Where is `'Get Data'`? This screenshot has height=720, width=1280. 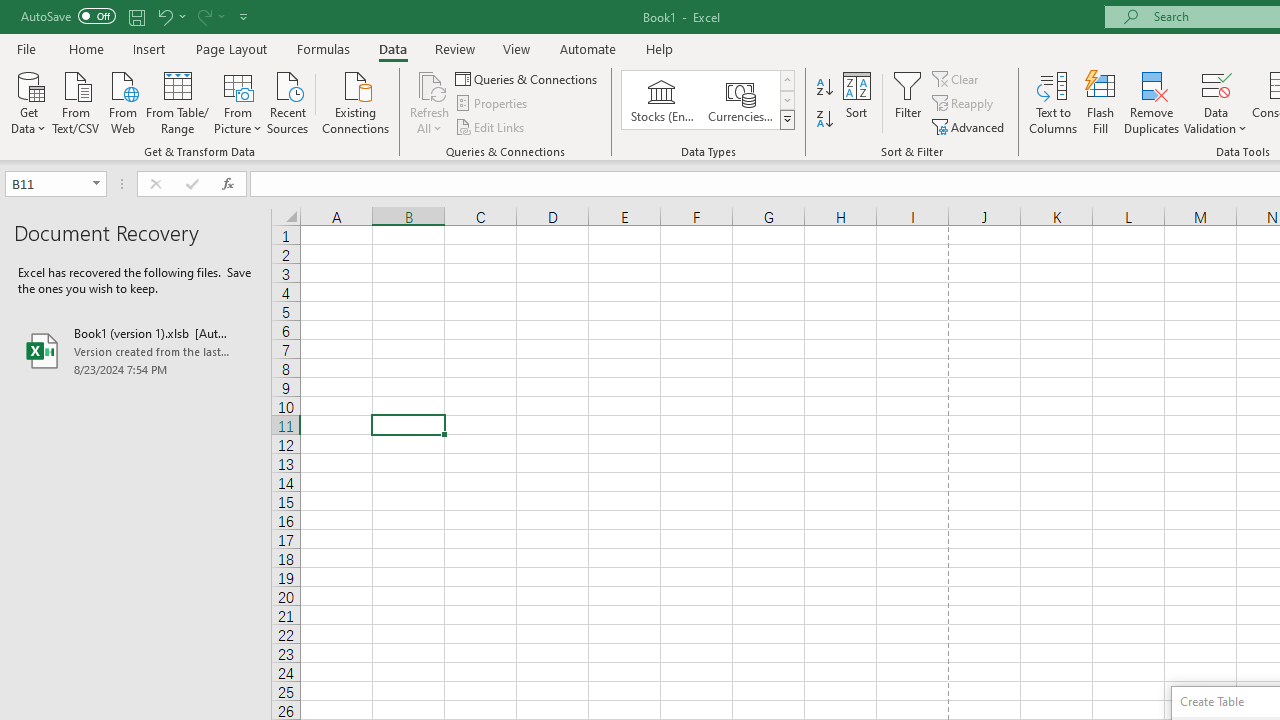 'Get Data' is located at coordinates (28, 101).